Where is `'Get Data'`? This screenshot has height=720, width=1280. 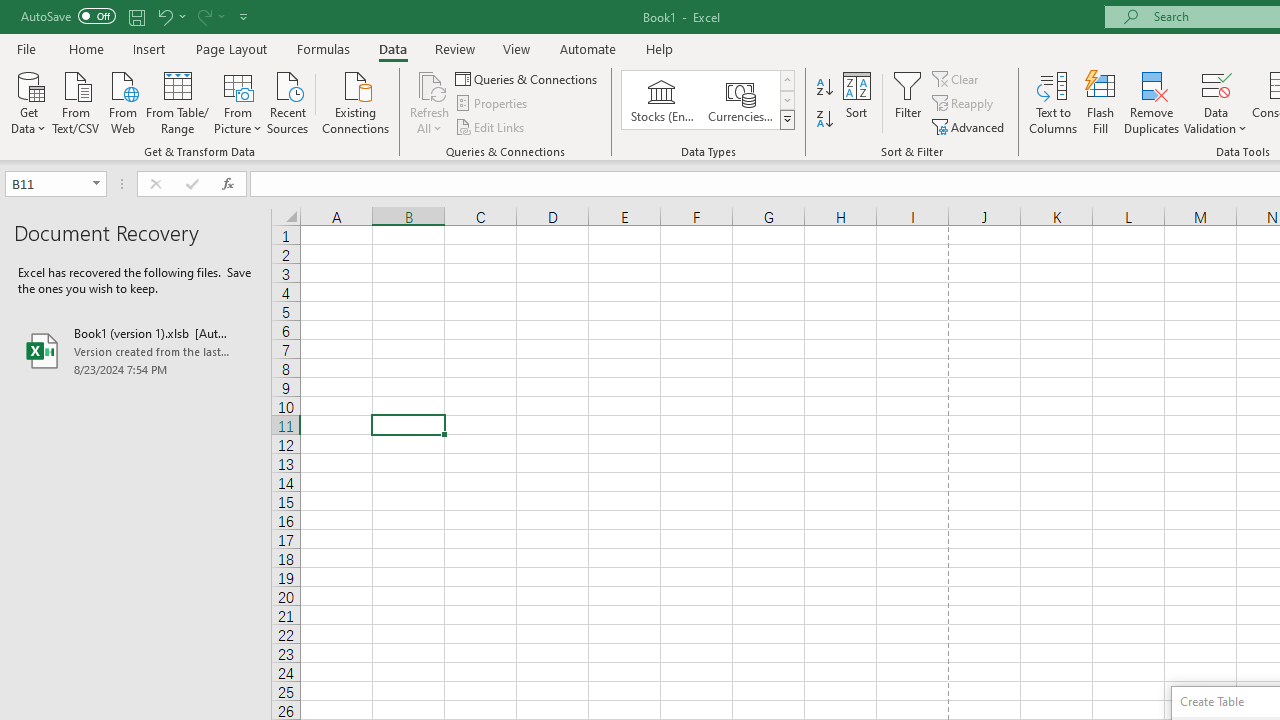 'Get Data' is located at coordinates (28, 101).